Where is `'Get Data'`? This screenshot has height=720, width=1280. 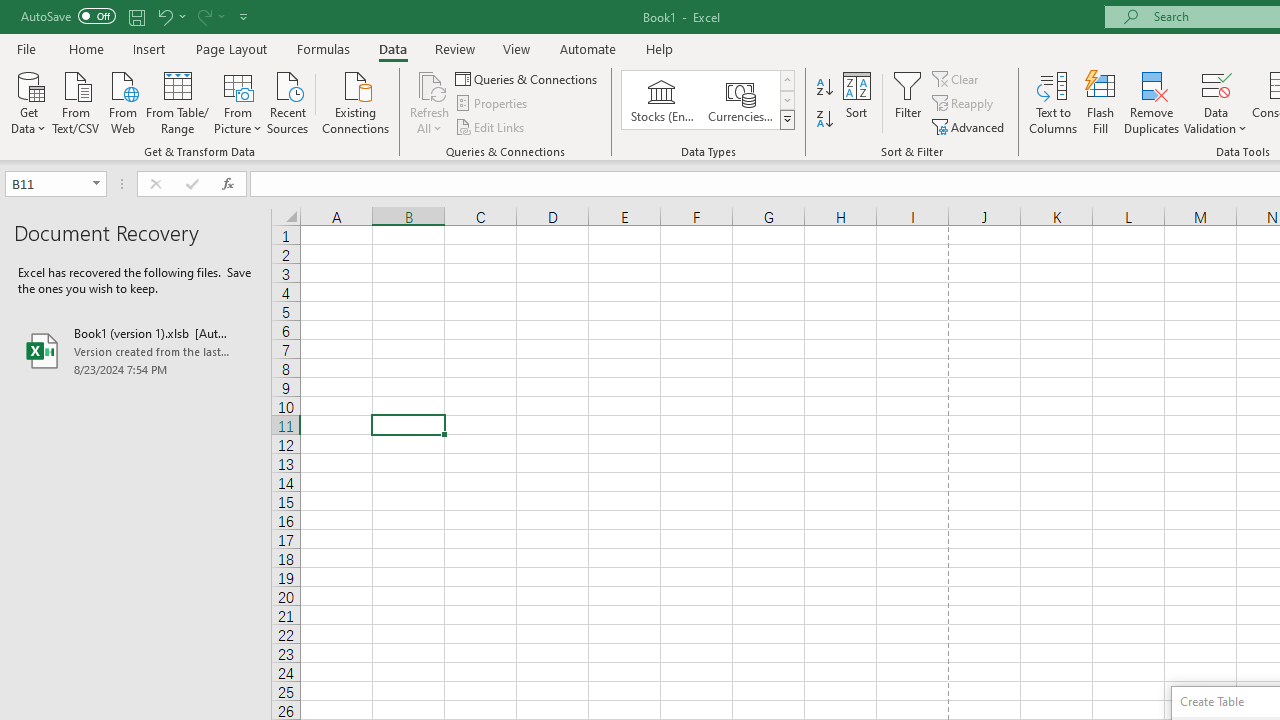 'Get Data' is located at coordinates (28, 101).